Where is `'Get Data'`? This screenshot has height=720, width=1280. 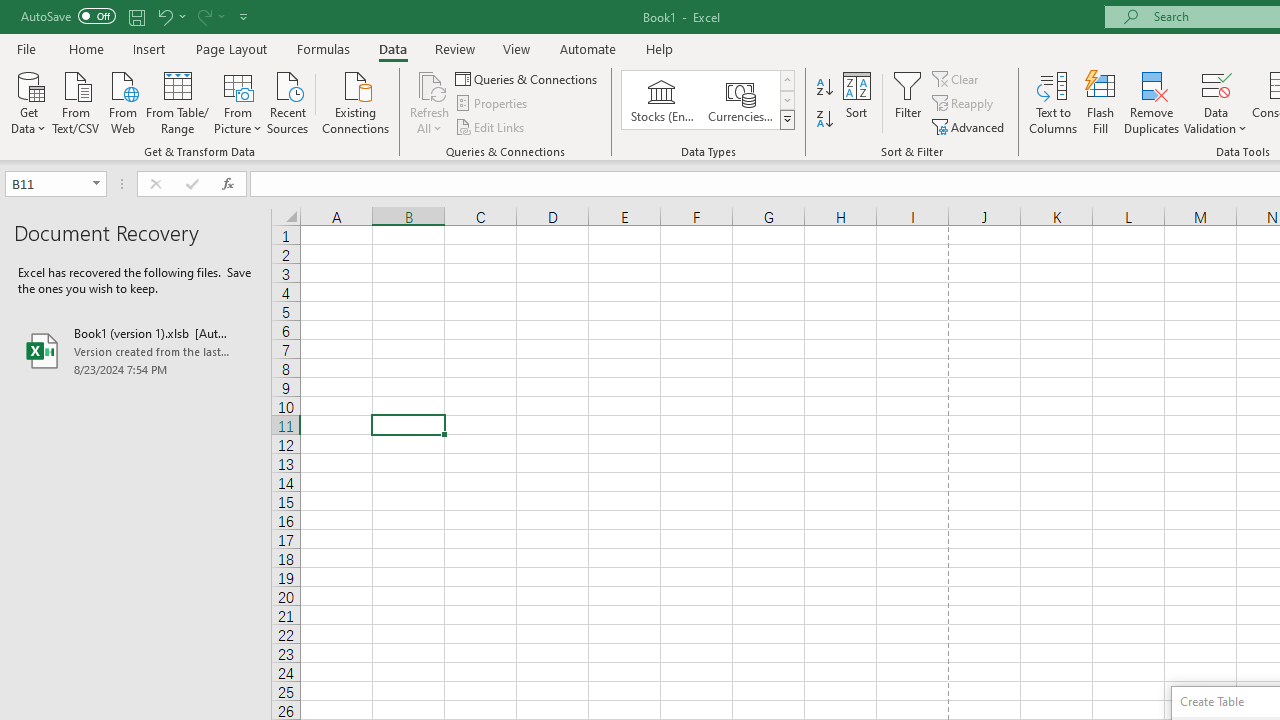 'Get Data' is located at coordinates (28, 101).